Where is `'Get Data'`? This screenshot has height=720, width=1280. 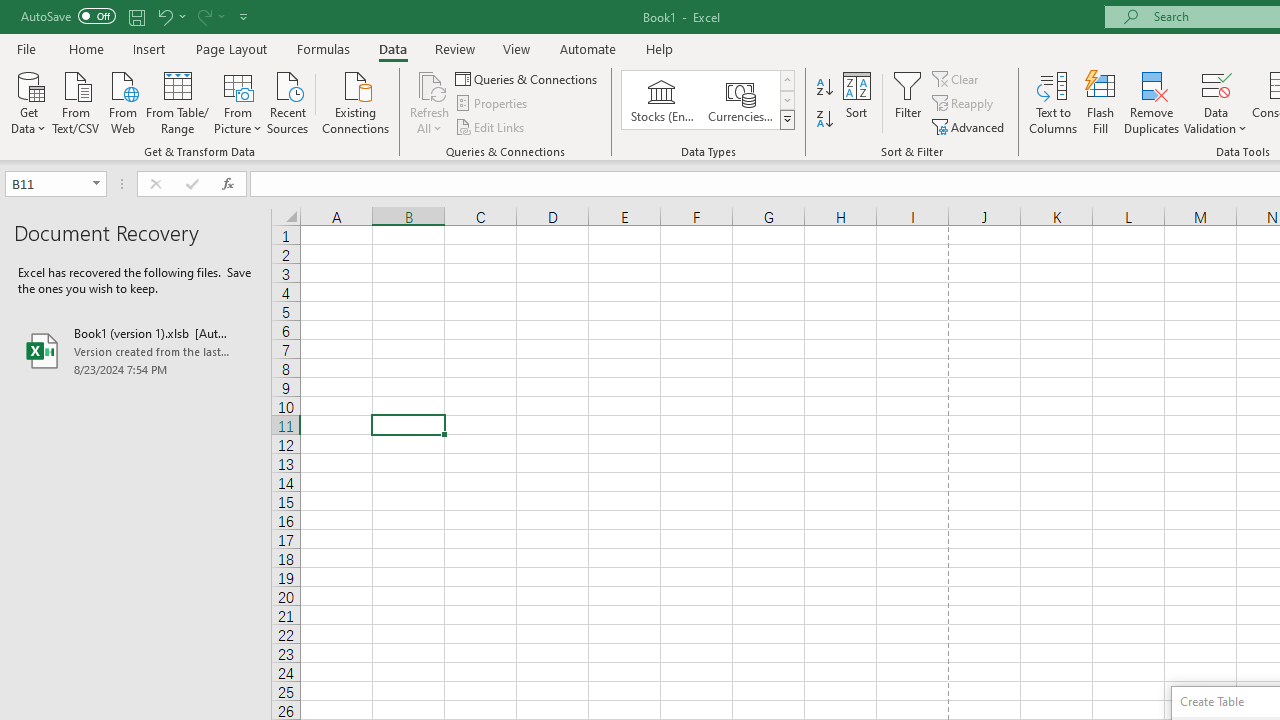 'Get Data' is located at coordinates (28, 101).